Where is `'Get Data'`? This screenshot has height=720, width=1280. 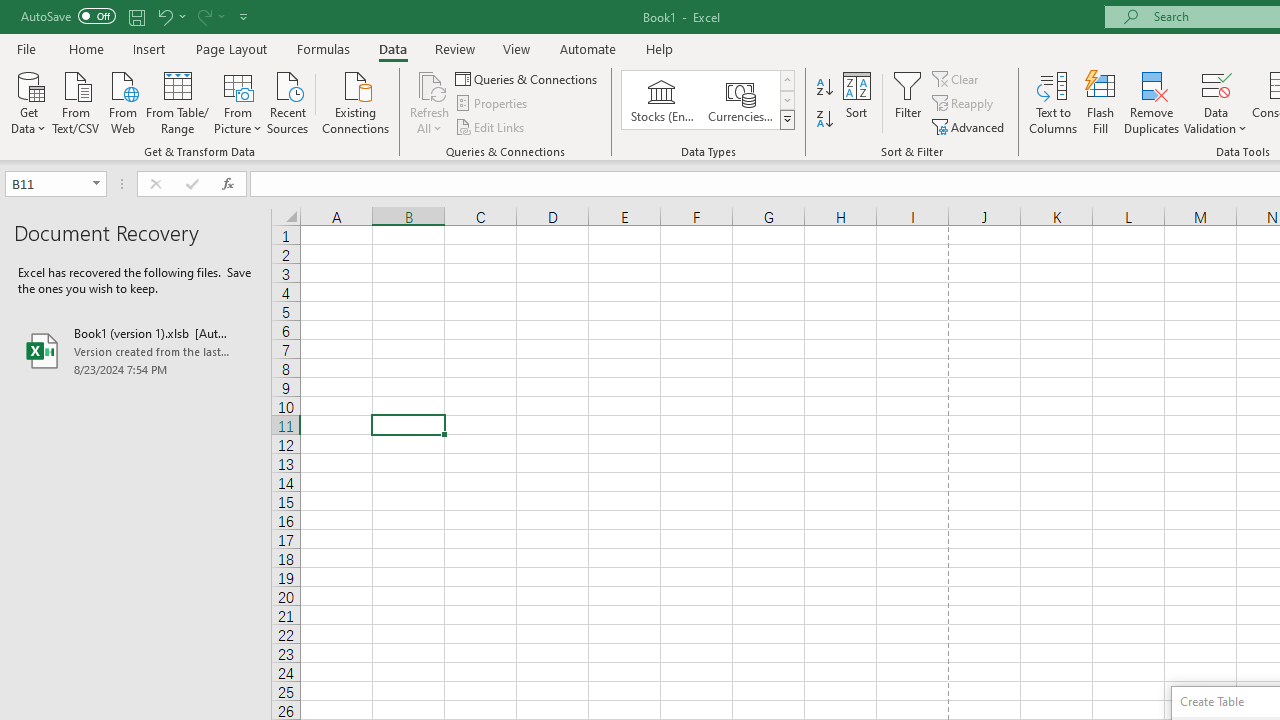 'Get Data' is located at coordinates (28, 101).